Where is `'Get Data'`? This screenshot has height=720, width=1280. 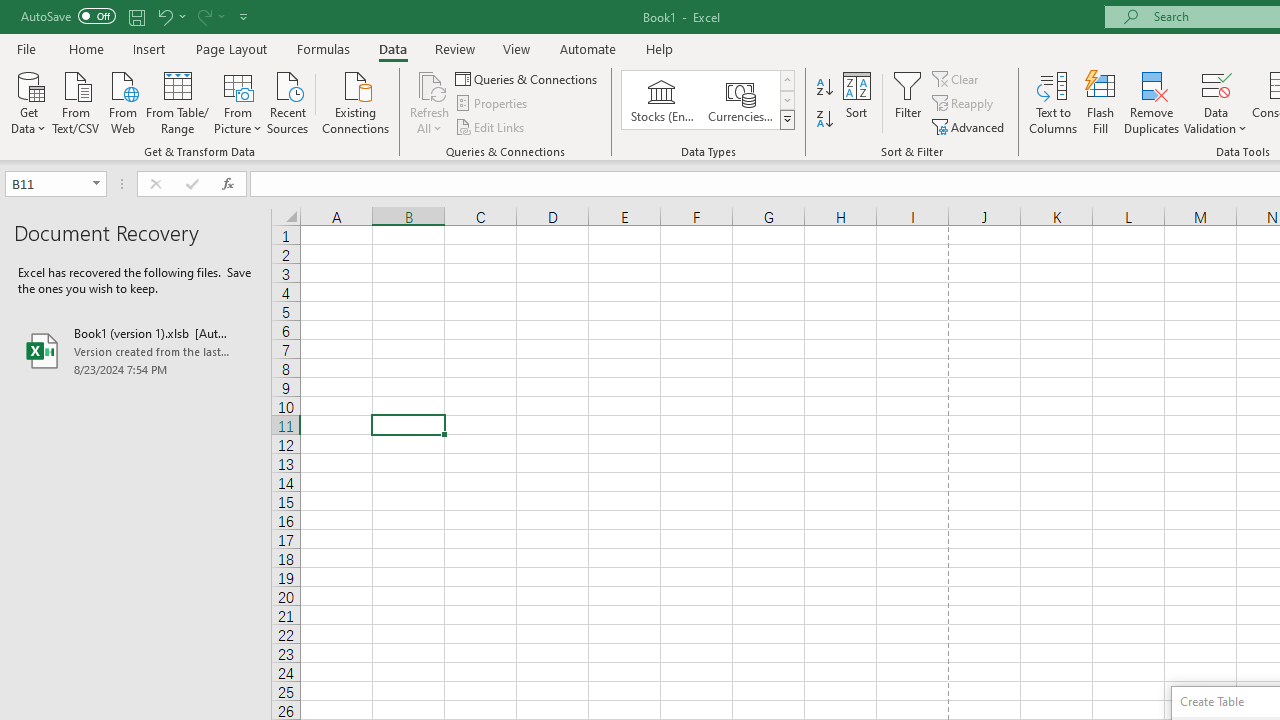 'Get Data' is located at coordinates (28, 101).